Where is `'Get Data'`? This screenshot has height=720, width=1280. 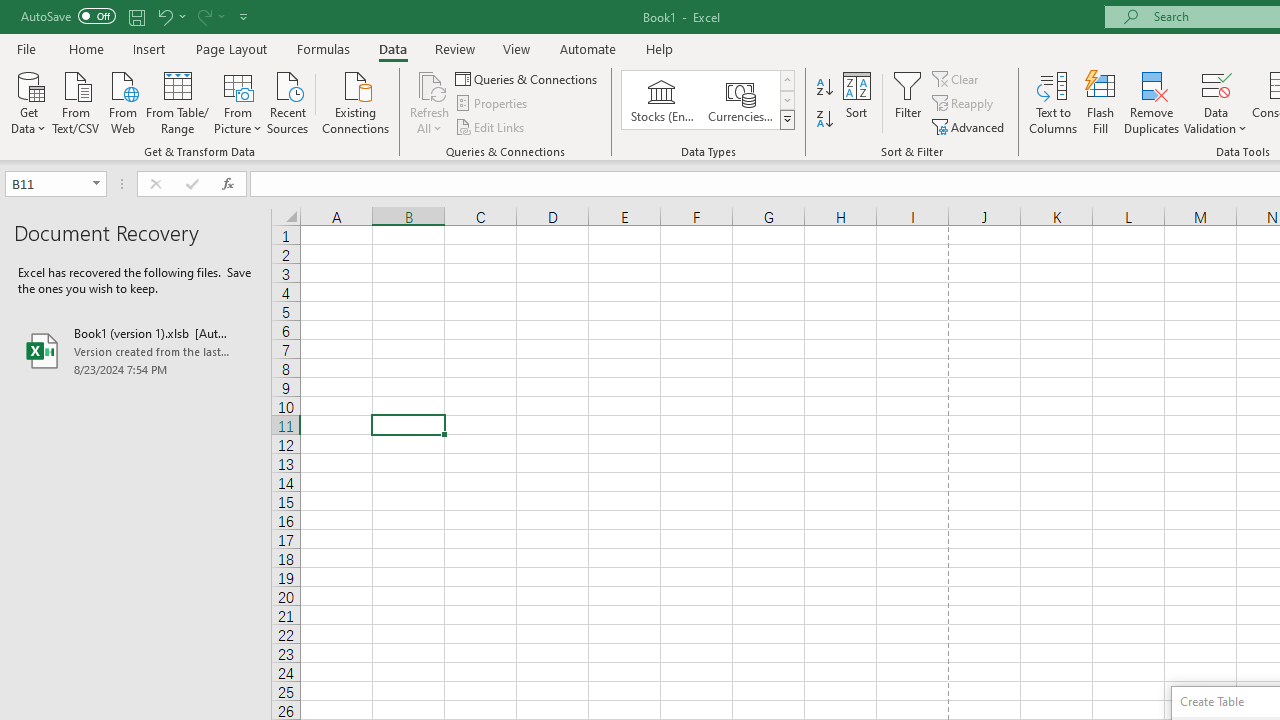 'Get Data' is located at coordinates (28, 101).